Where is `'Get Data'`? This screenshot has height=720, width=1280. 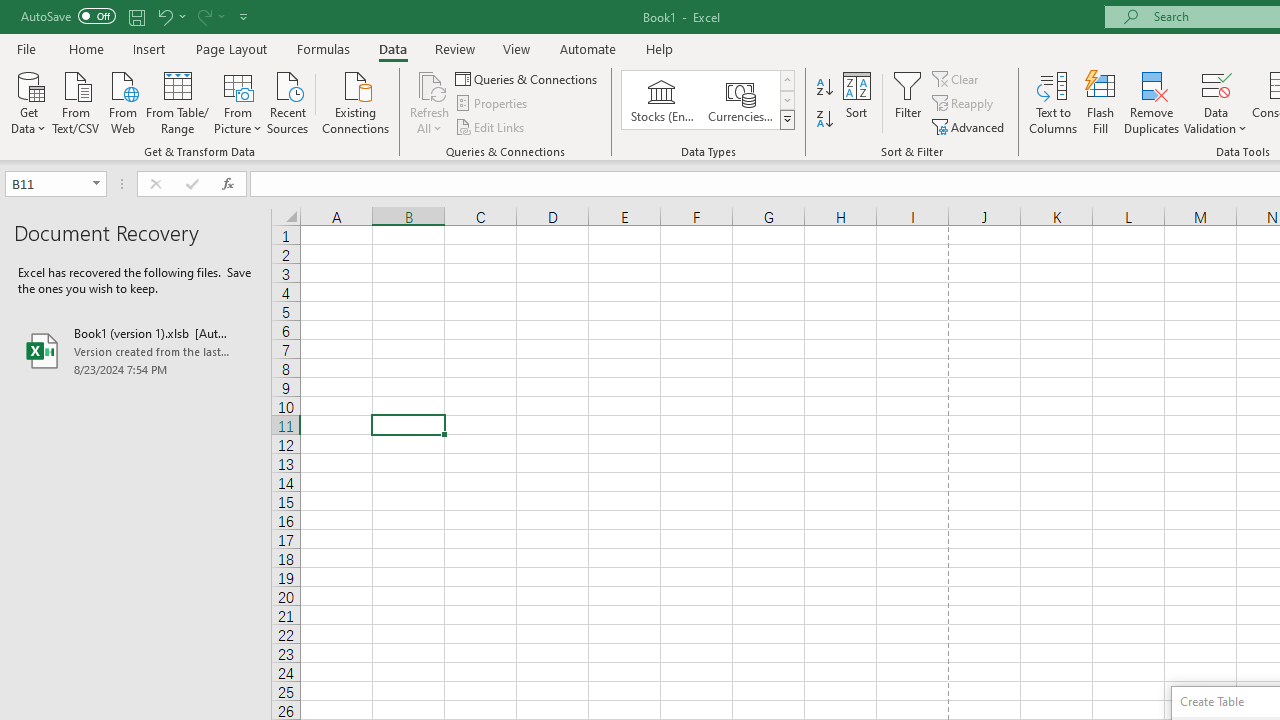 'Get Data' is located at coordinates (28, 101).